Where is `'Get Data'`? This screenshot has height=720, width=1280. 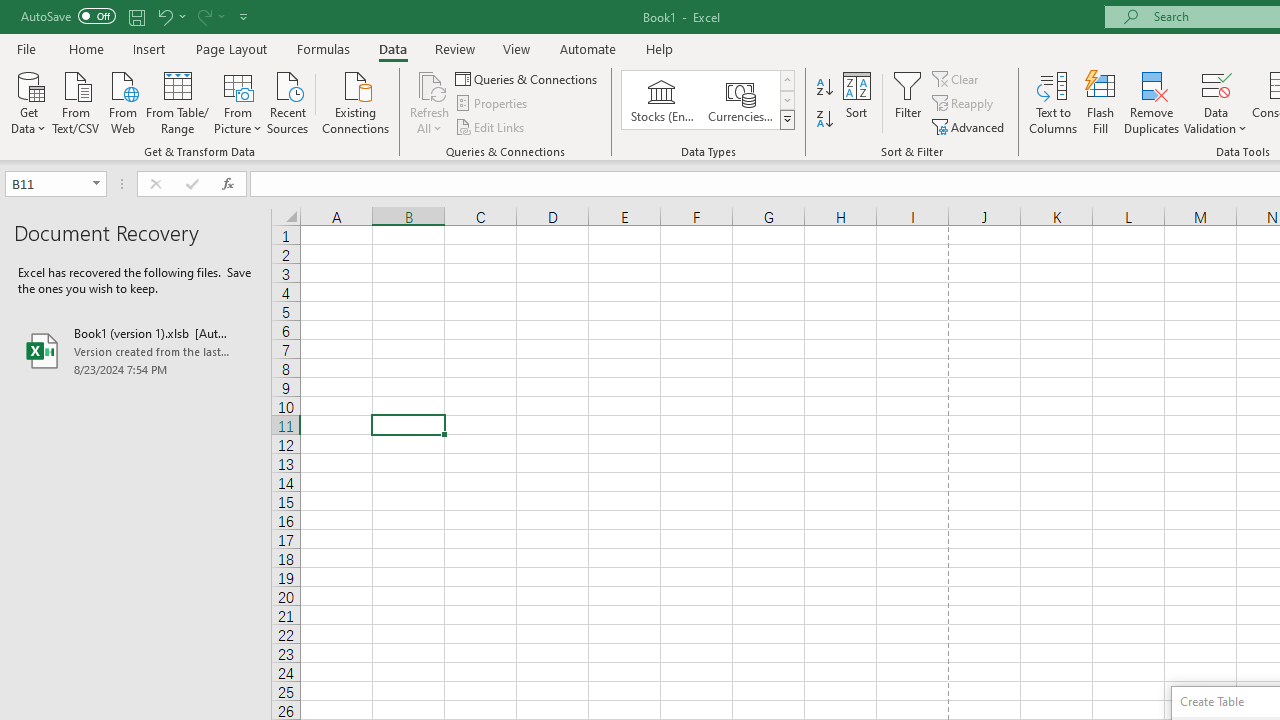 'Get Data' is located at coordinates (28, 101).